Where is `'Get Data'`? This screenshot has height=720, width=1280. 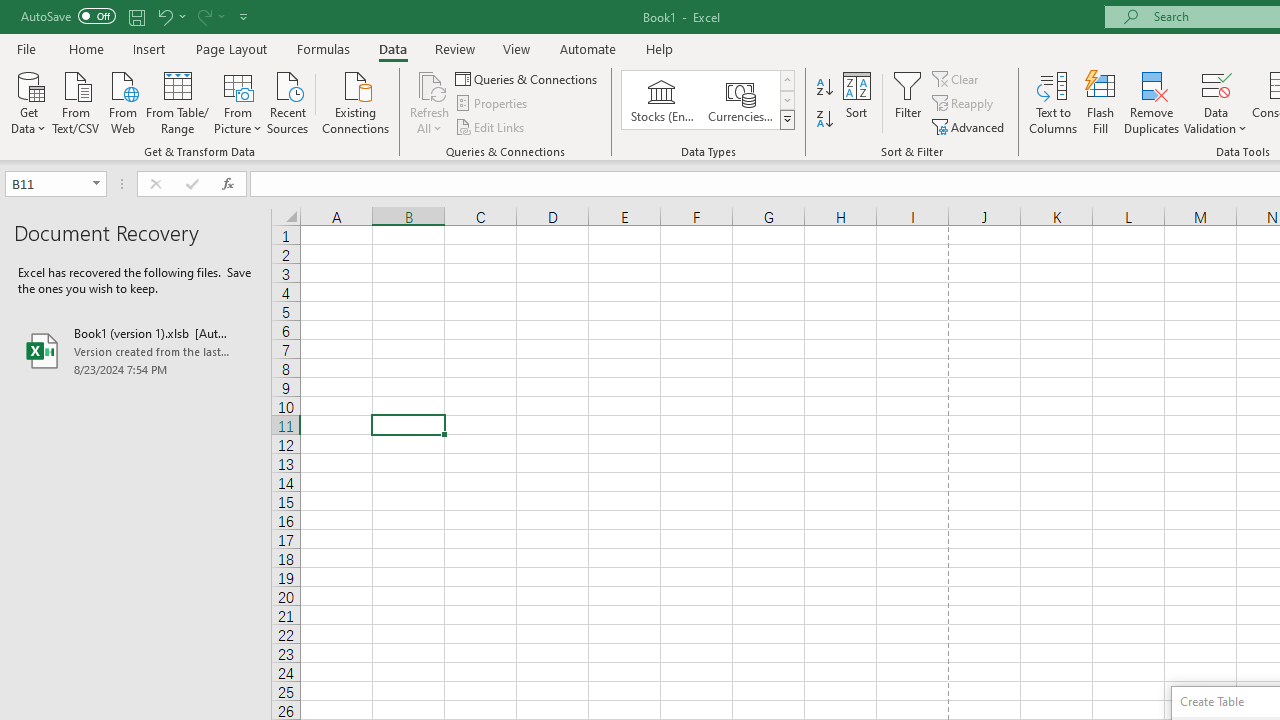 'Get Data' is located at coordinates (28, 101).